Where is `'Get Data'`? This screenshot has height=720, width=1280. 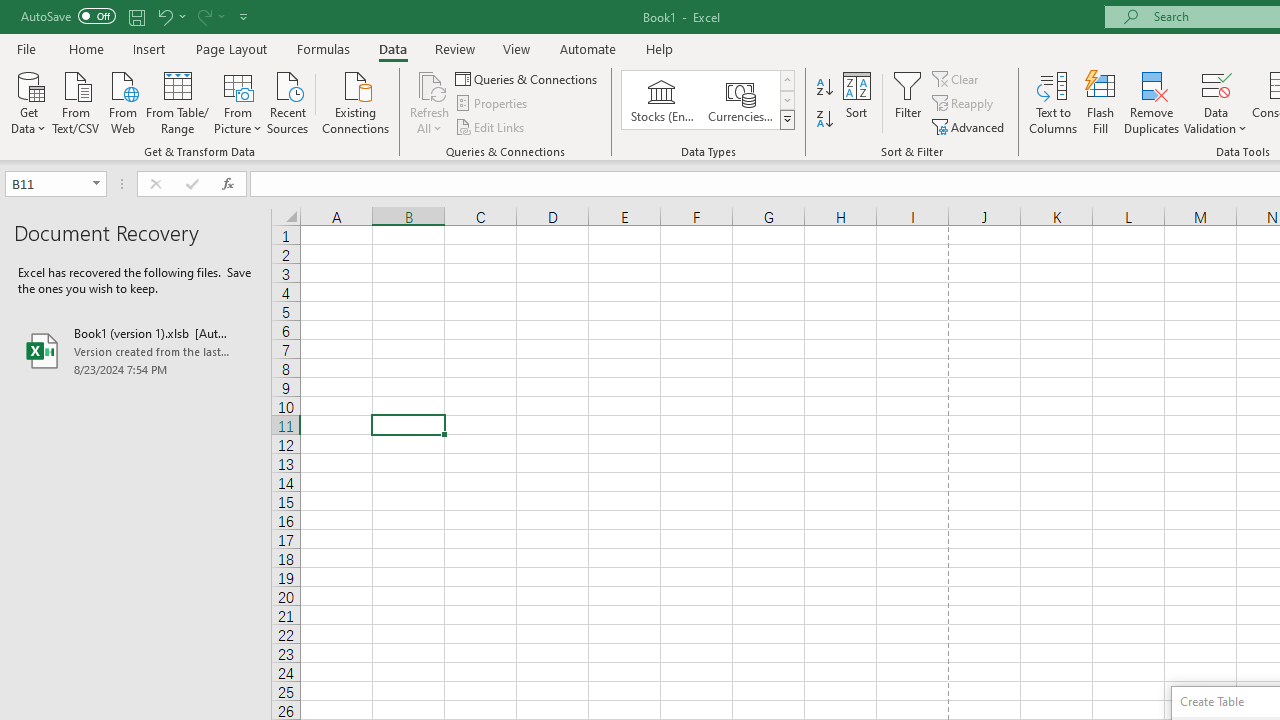 'Get Data' is located at coordinates (28, 101).